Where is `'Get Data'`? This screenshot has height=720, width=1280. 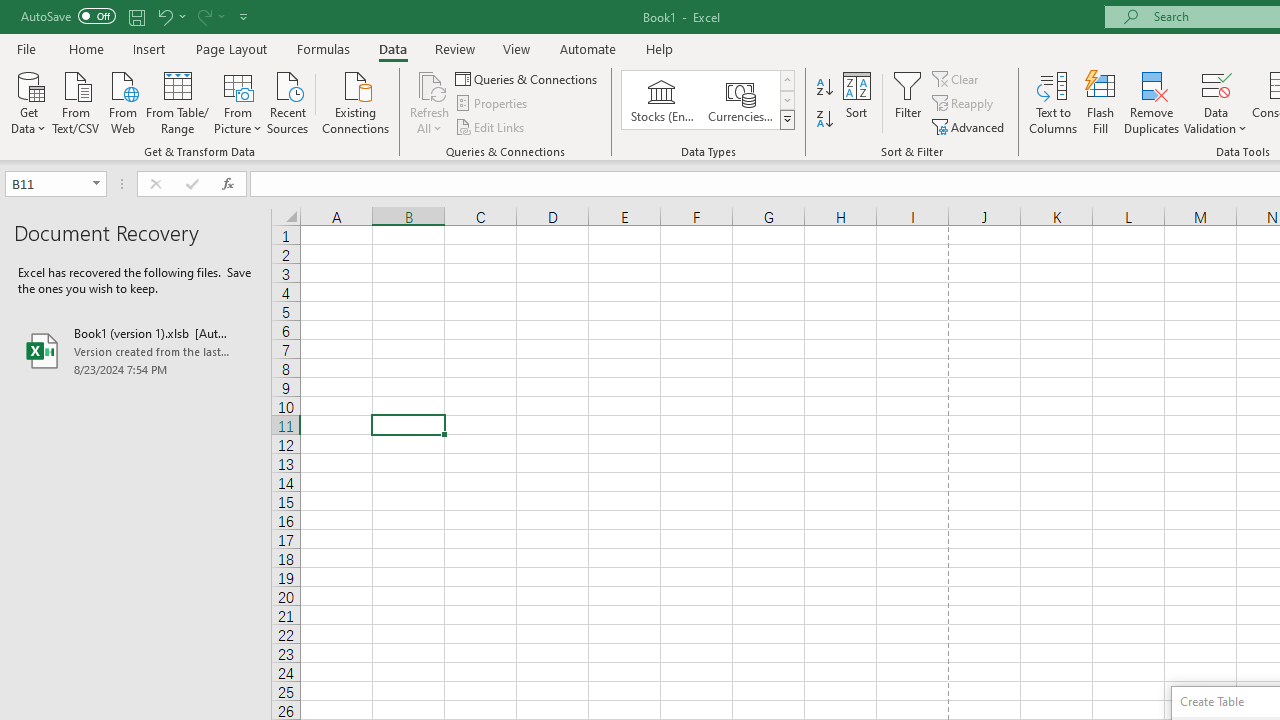 'Get Data' is located at coordinates (28, 101).